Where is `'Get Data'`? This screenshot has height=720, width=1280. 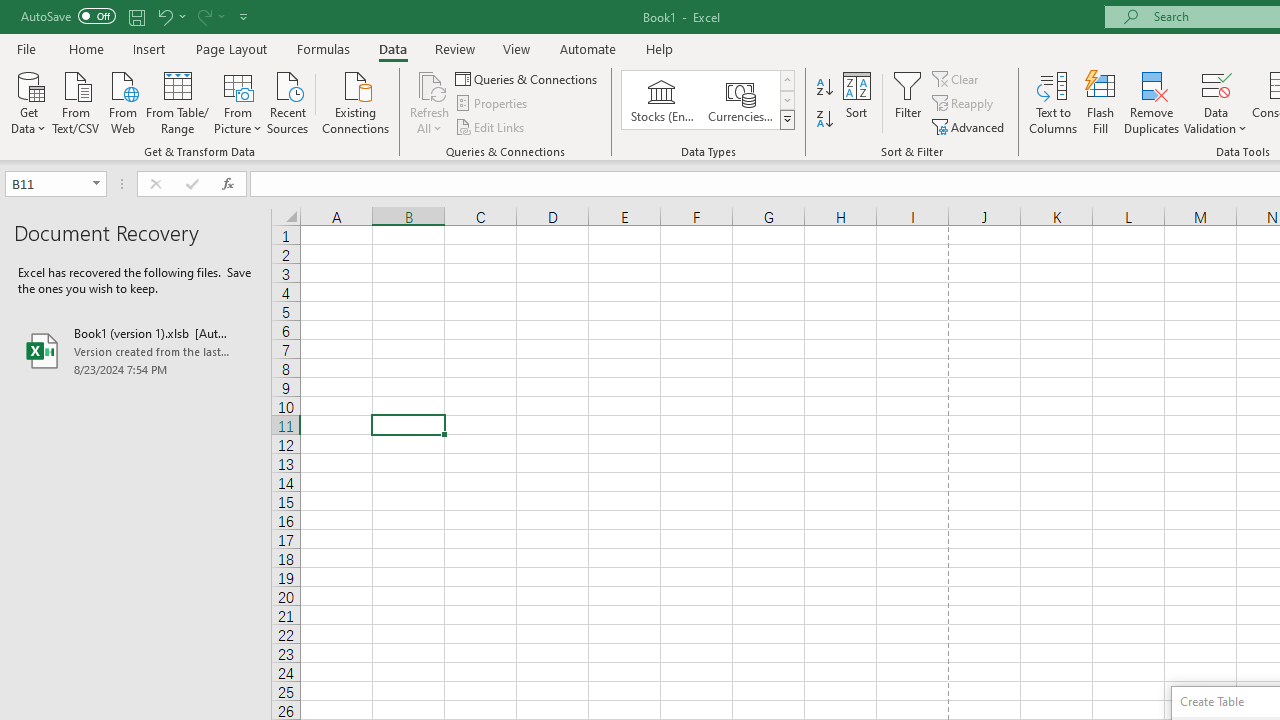 'Get Data' is located at coordinates (28, 101).